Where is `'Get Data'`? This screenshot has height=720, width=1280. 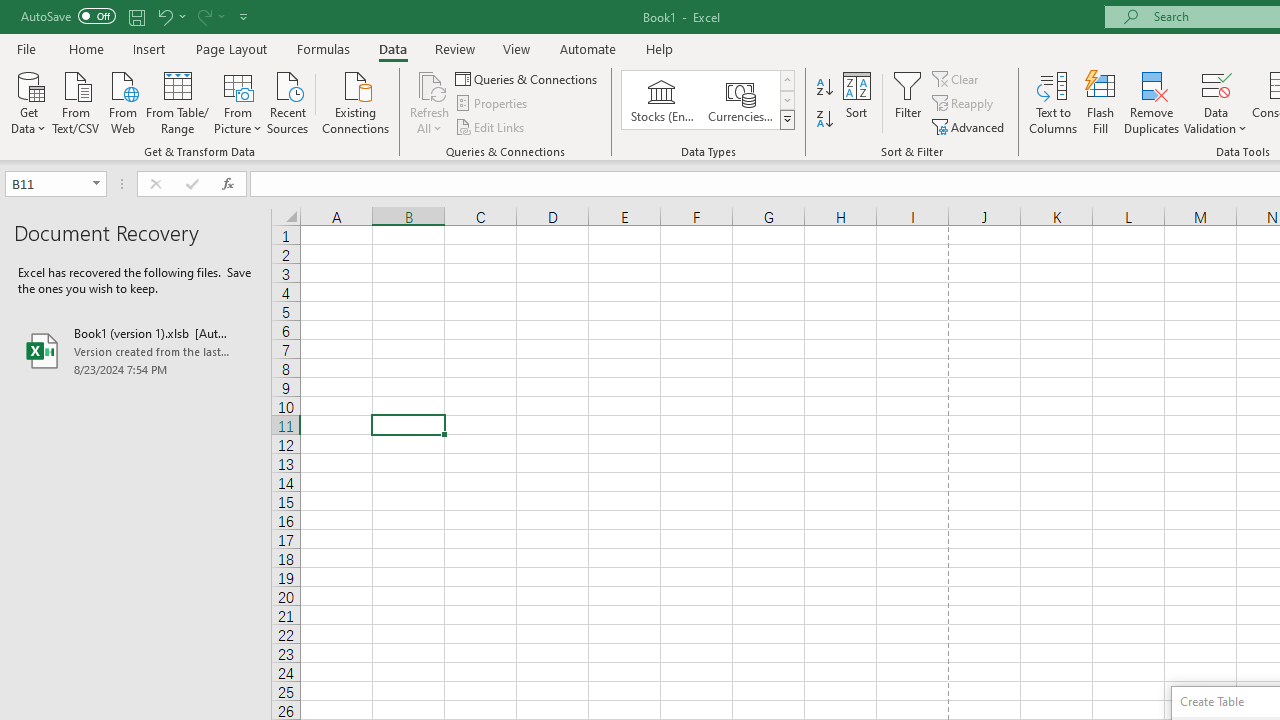 'Get Data' is located at coordinates (28, 101).